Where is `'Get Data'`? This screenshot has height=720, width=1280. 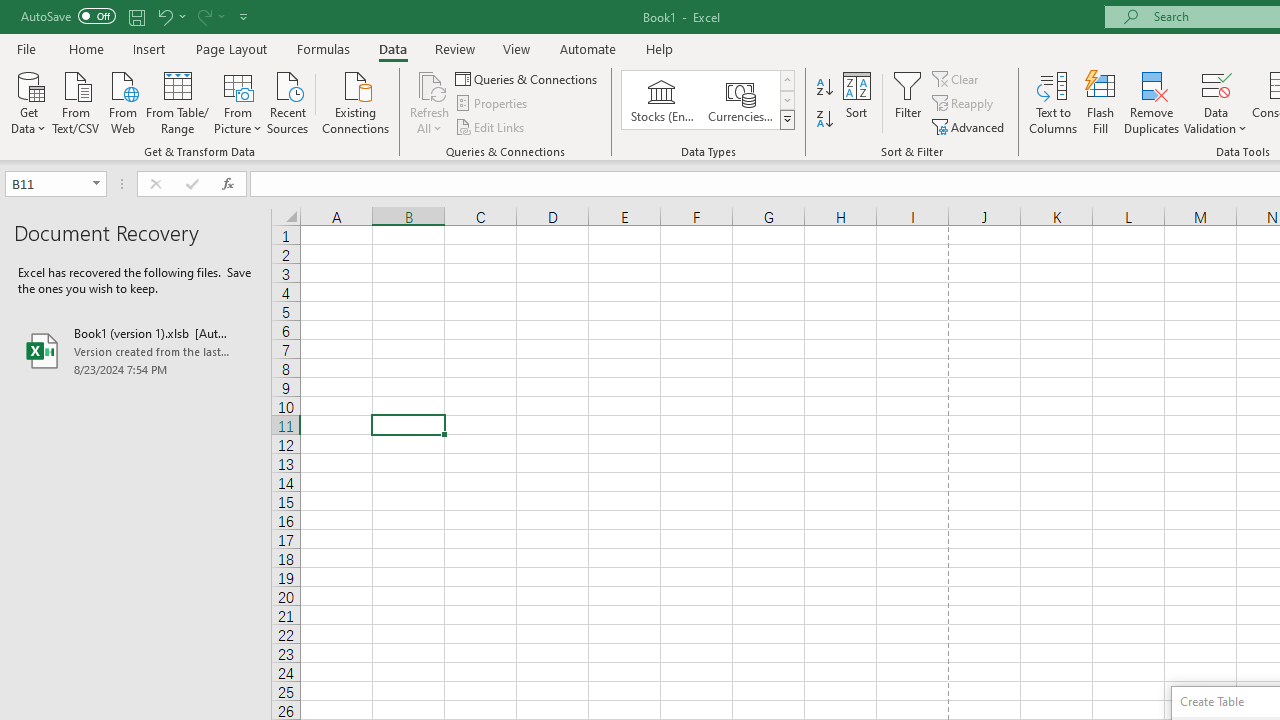 'Get Data' is located at coordinates (28, 101).